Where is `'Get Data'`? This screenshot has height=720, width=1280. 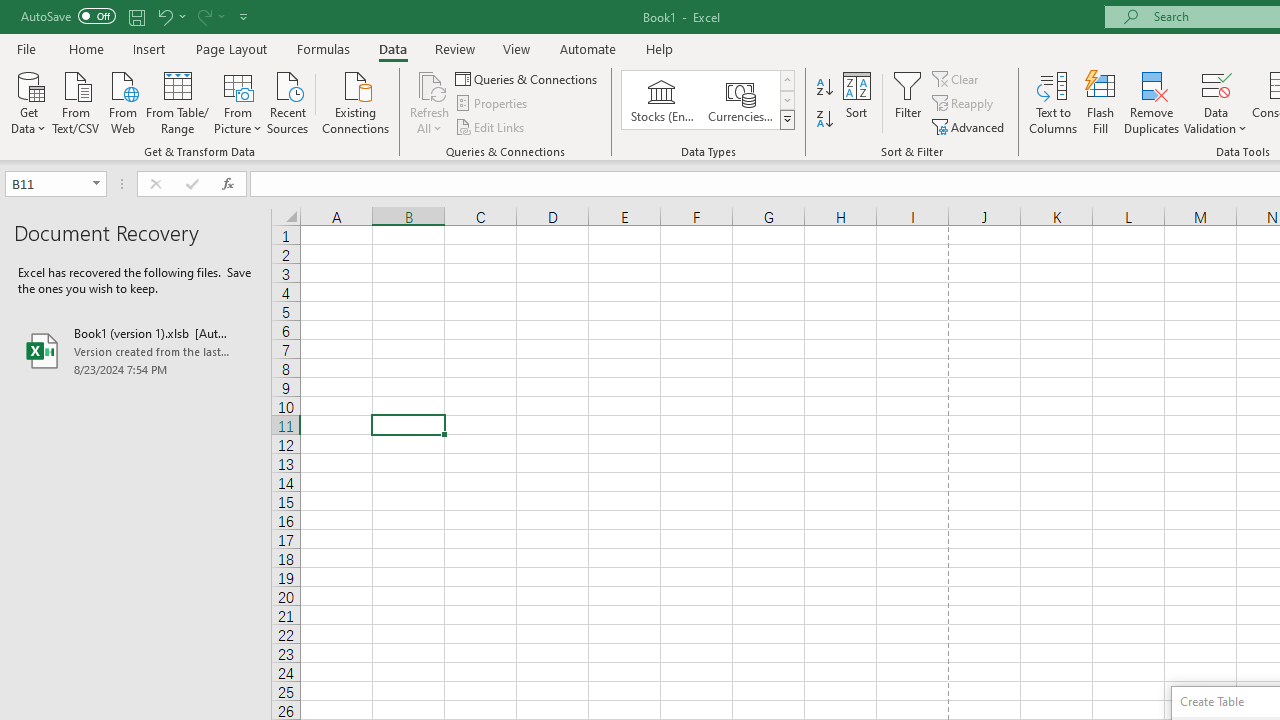 'Get Data' is located at coordinates (28, 101).